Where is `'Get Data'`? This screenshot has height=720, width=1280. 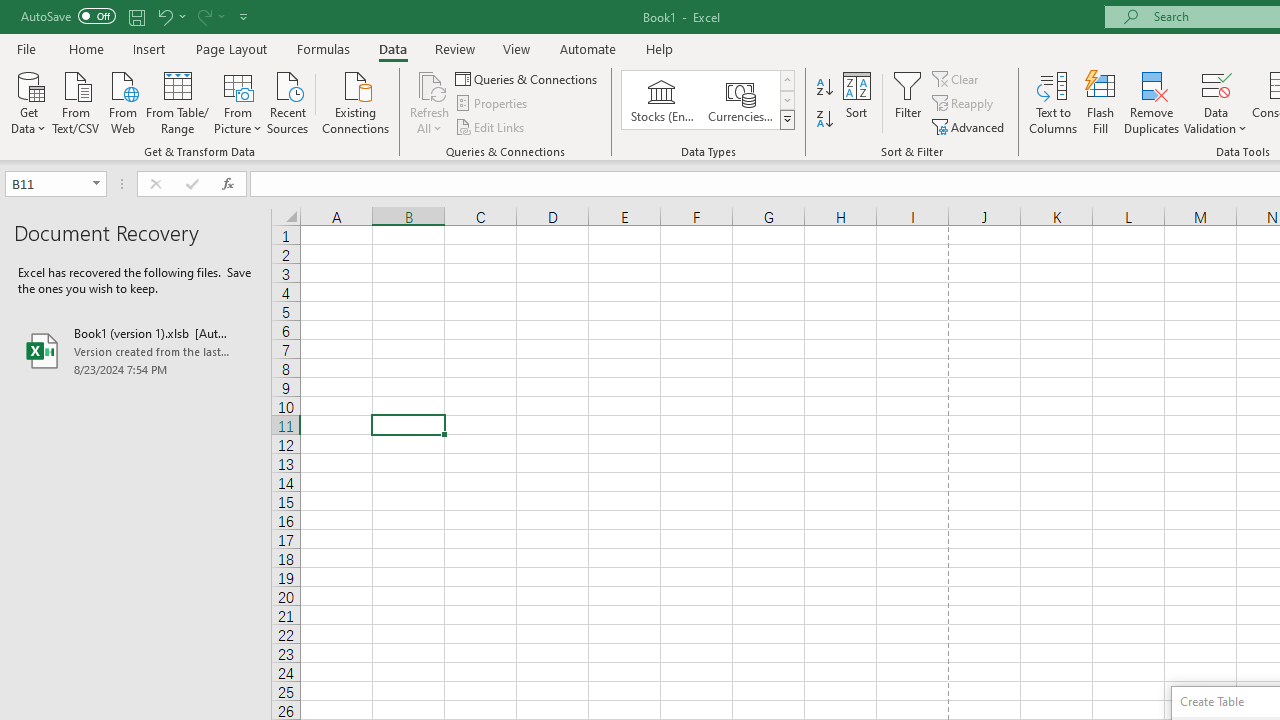 'Get Data' is located at coordinates (28, 101).